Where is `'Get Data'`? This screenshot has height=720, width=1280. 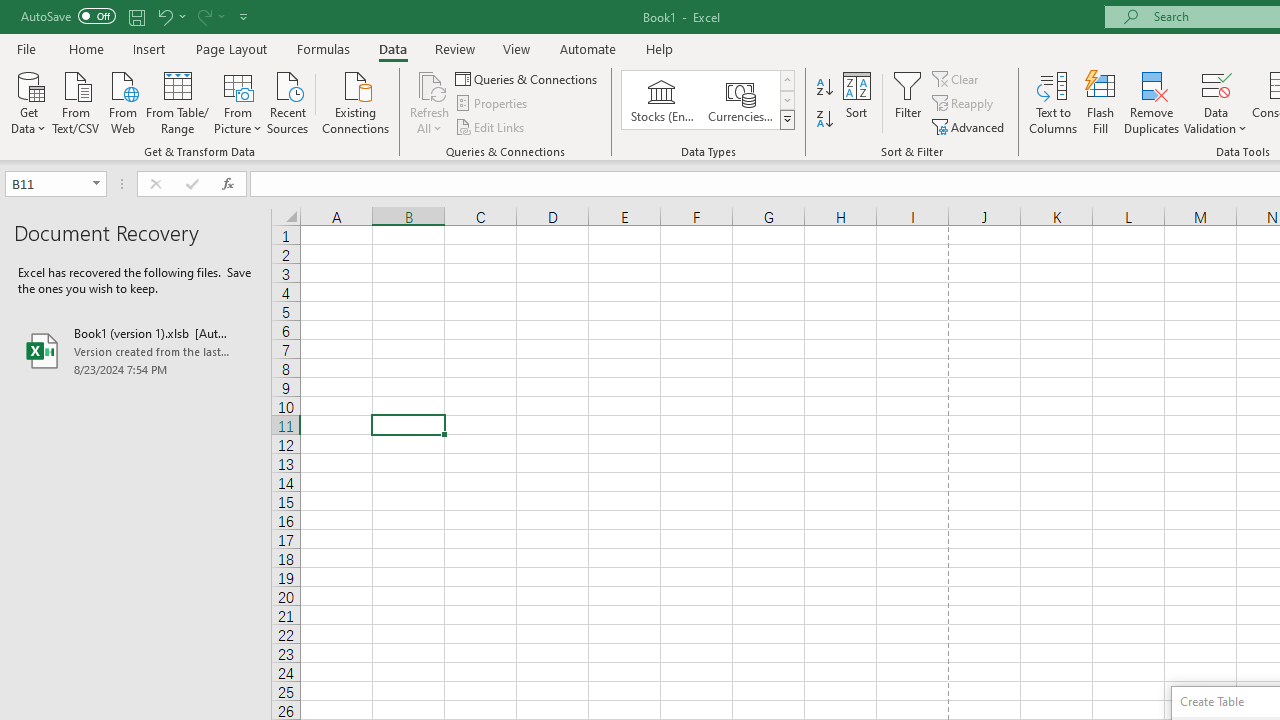 'Get Data' is located at coordinates (28, 101).